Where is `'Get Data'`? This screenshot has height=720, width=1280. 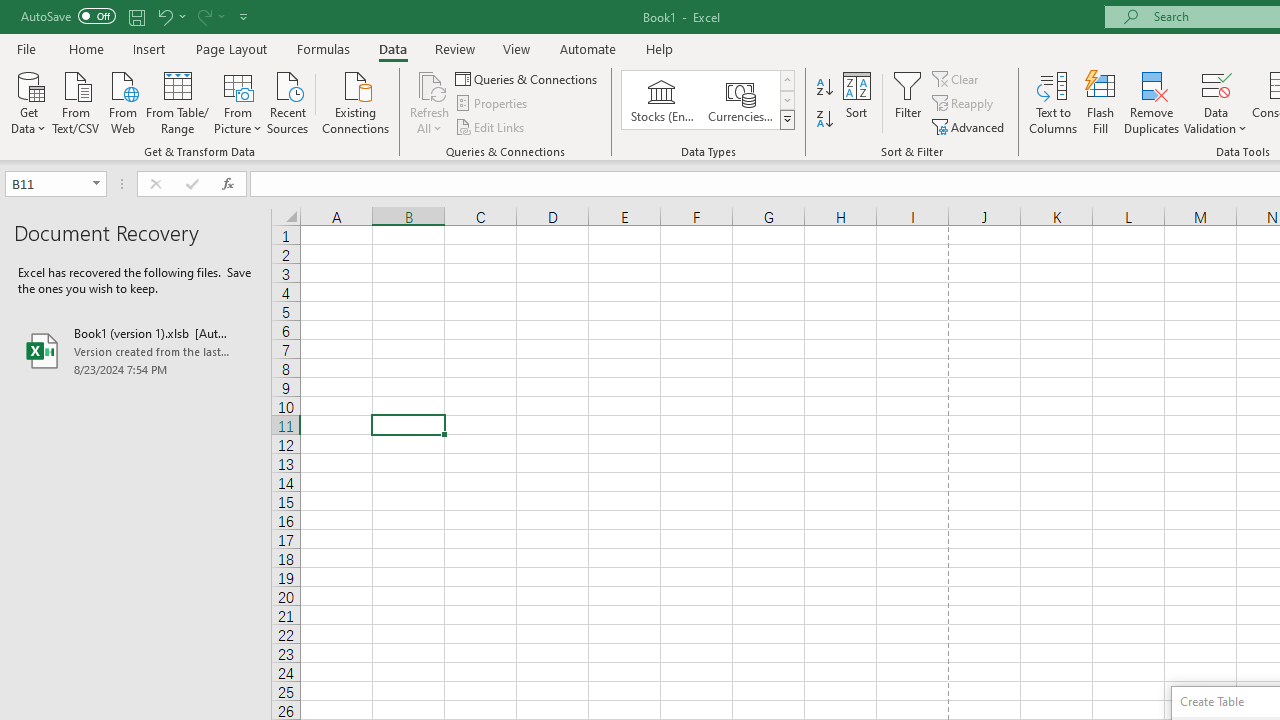 'Get Data' is located at coordinates (28, 101).